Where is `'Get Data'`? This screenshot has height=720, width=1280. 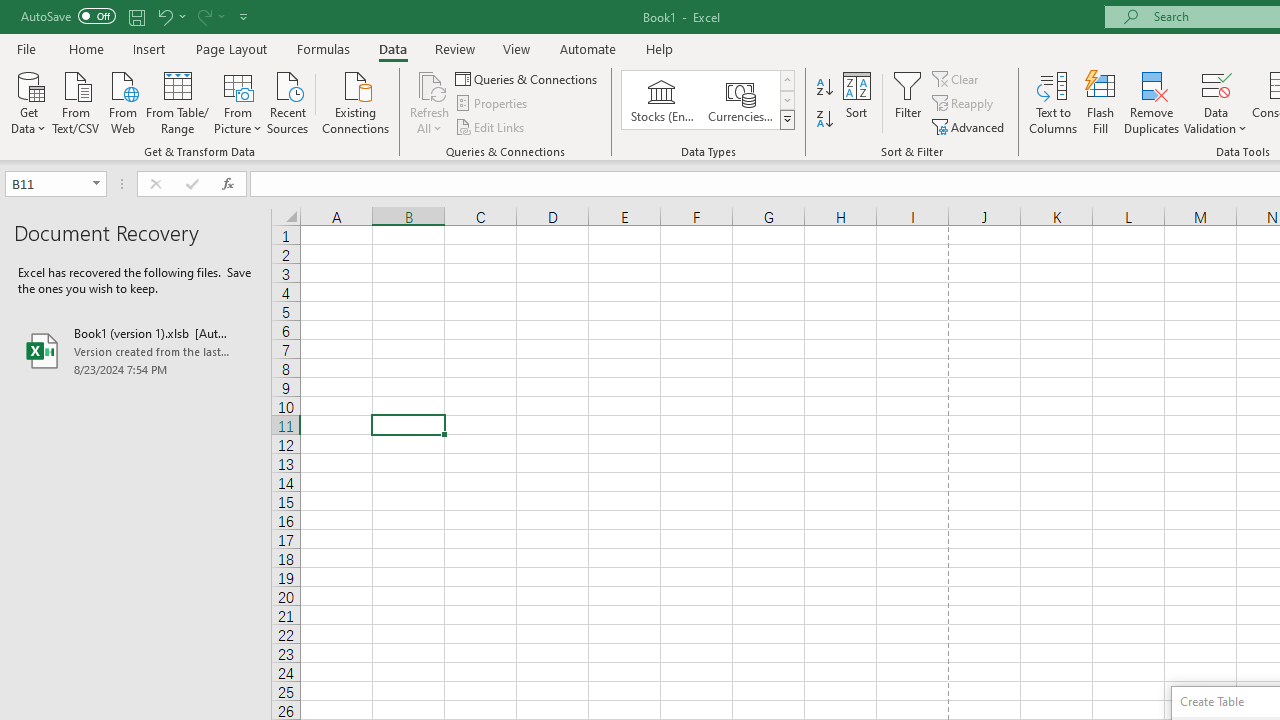 'Get Data' is located at coordinates (28, 101).